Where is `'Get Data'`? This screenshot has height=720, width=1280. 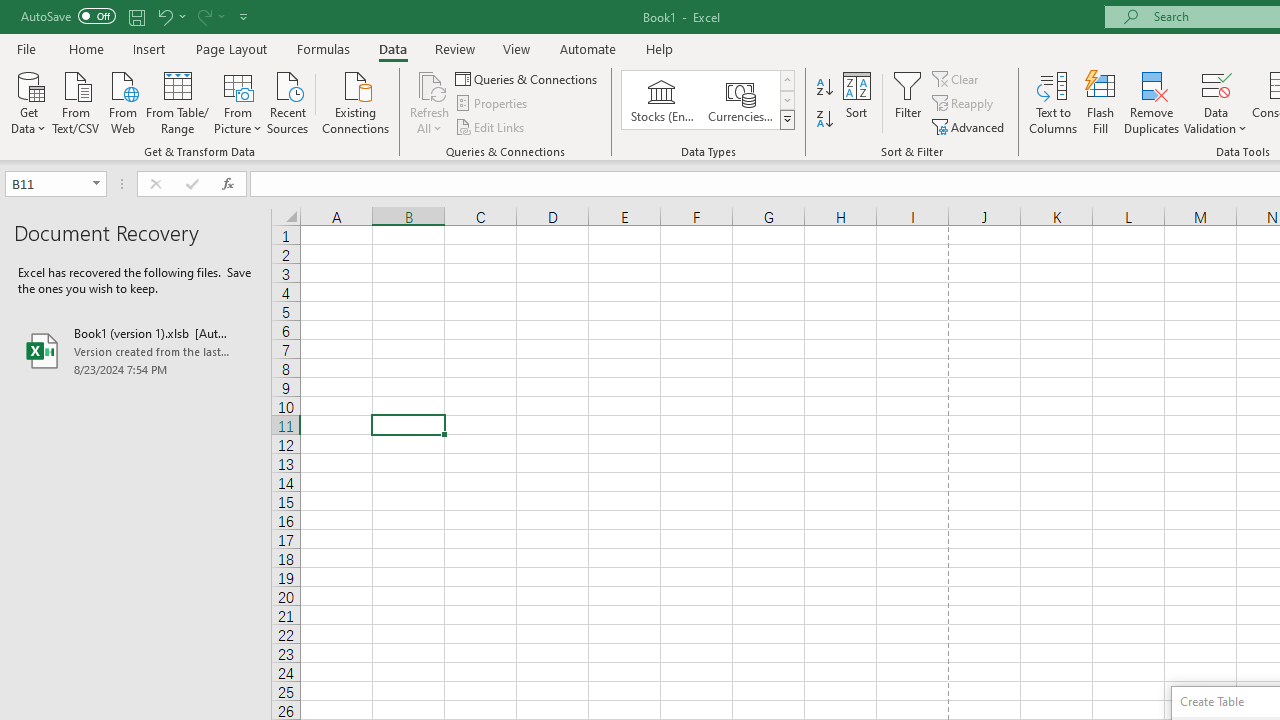 'Get Data' is located at coordinates (28, 101).